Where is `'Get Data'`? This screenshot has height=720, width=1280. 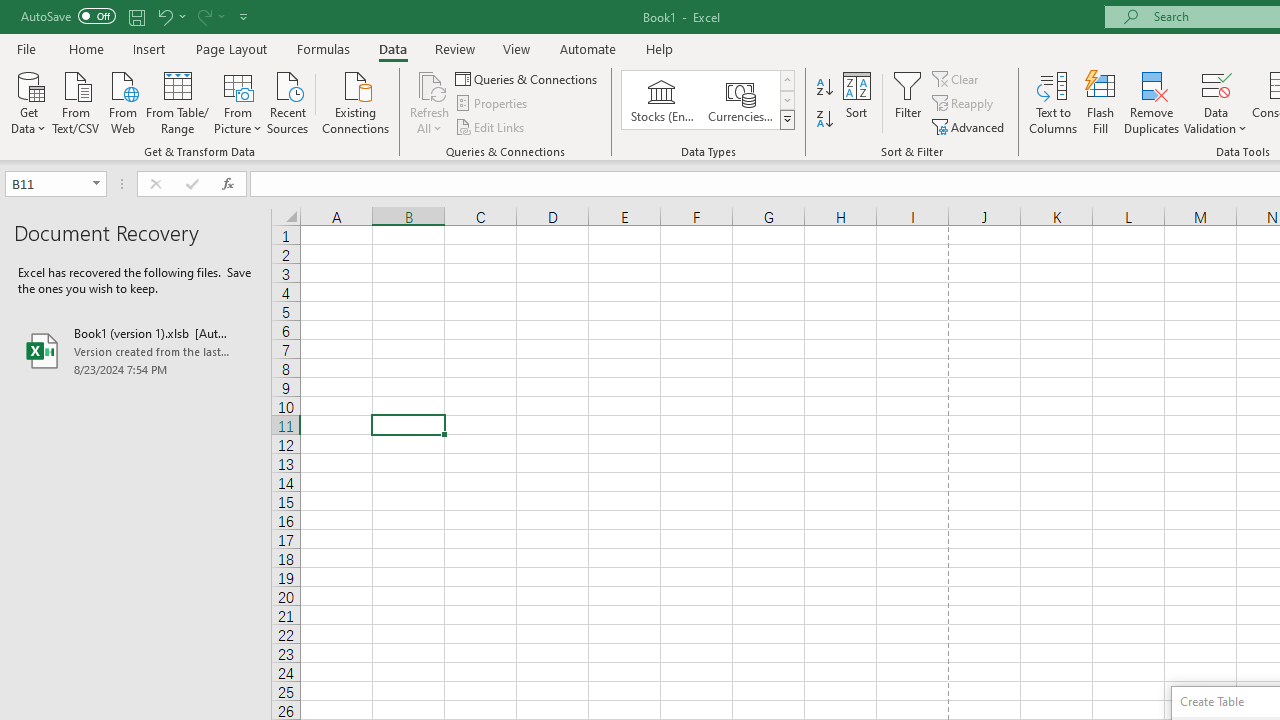 'Get Data' is located at coordinates (28, 101).